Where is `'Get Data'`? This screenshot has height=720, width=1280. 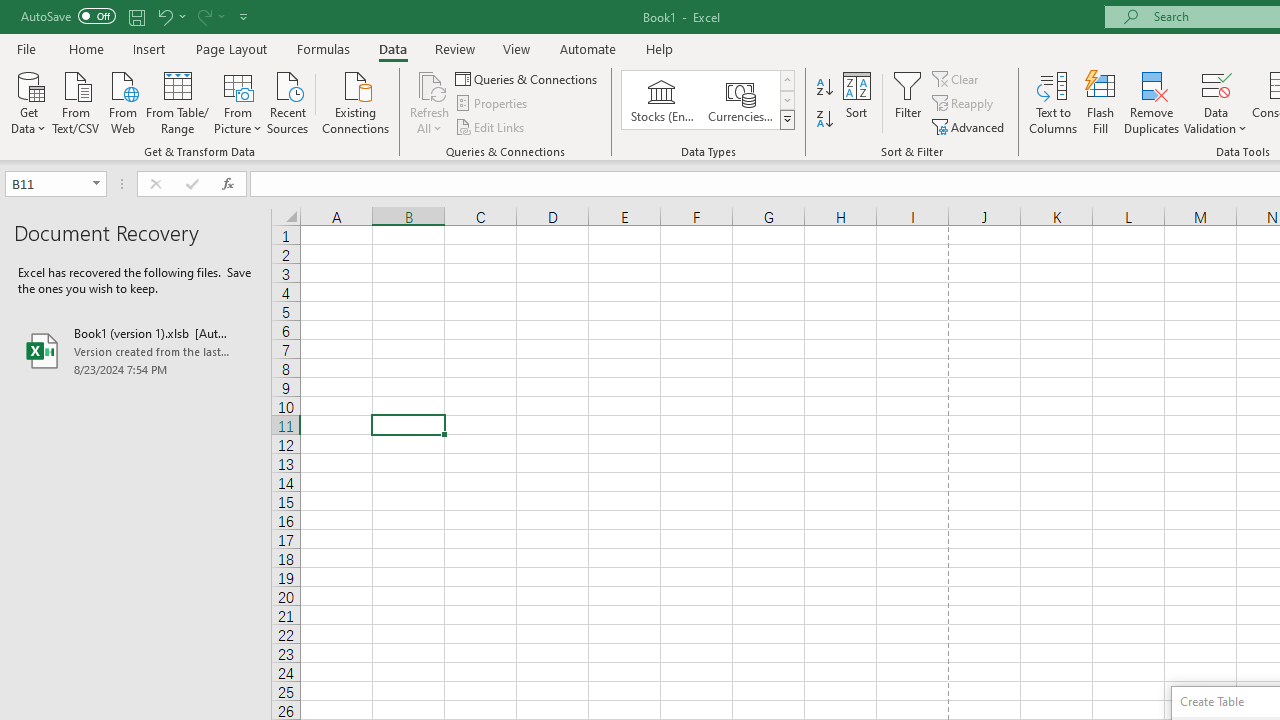 'Get Data' is located at coordinates (28, 101).